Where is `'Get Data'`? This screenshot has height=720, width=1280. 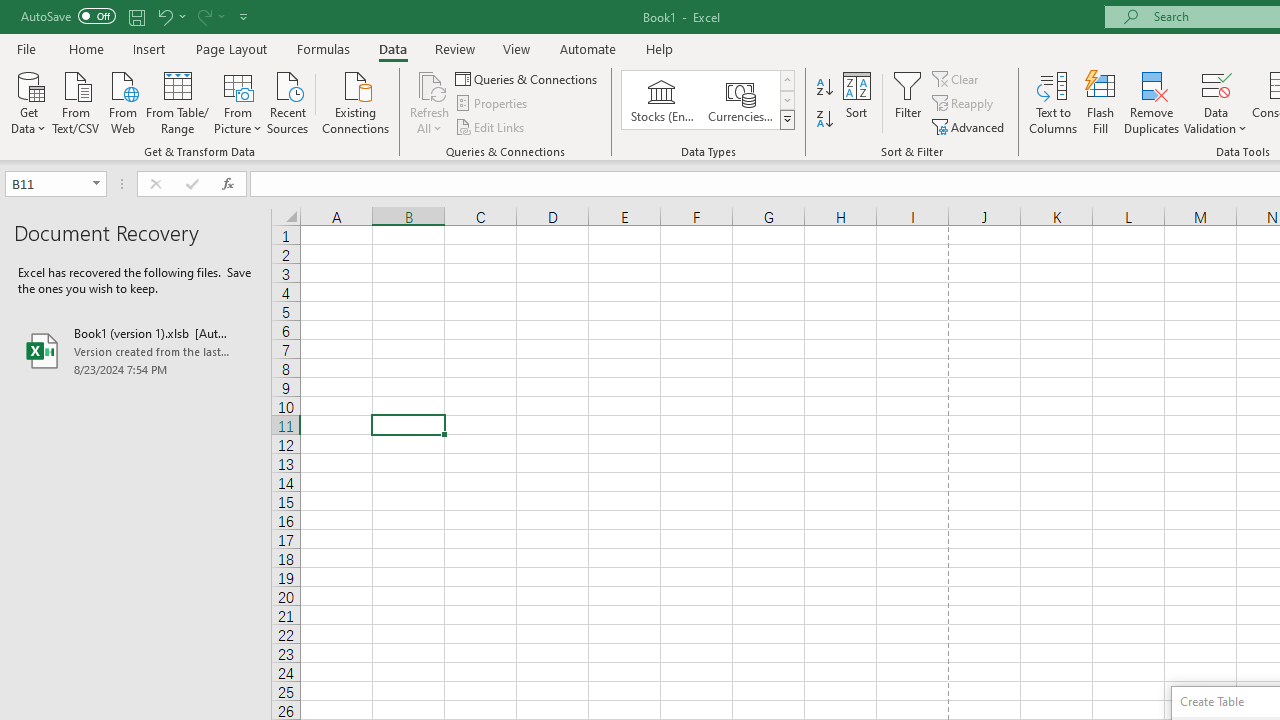 'Get Data' is located at coordinates (28, 101).